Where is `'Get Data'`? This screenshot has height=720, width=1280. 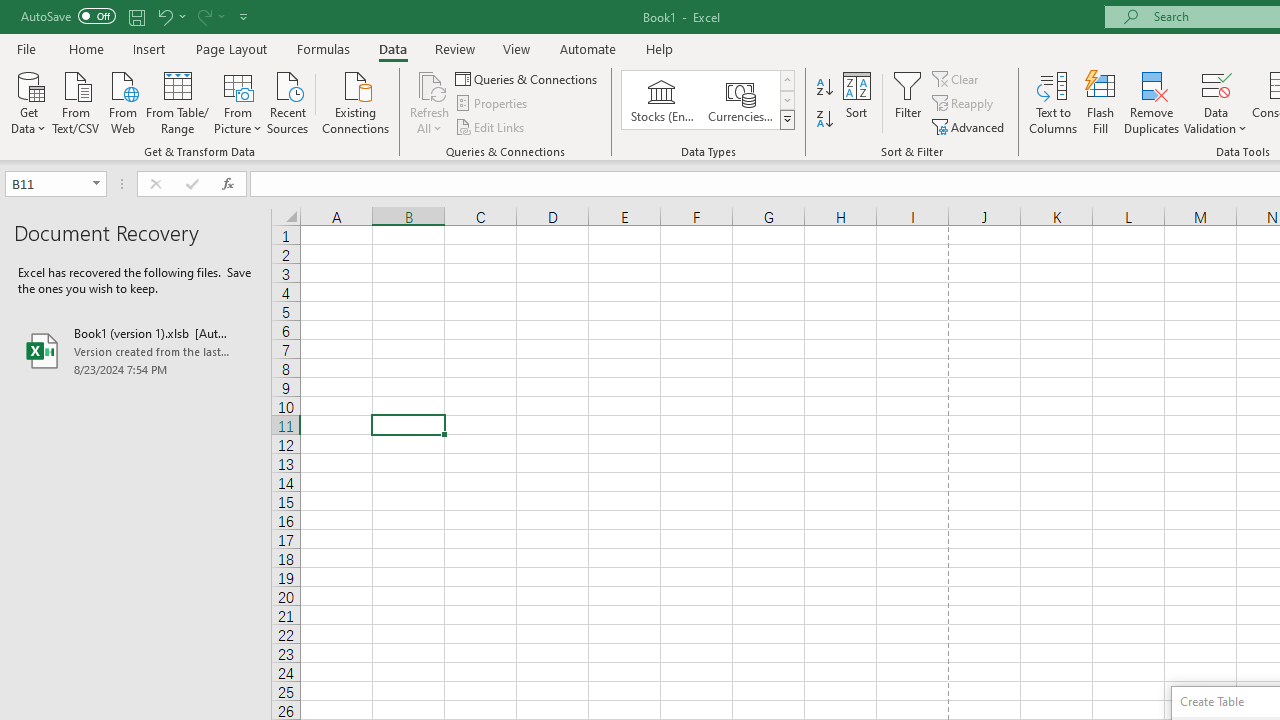 'Get Data' is located at coordinates (28, 101).